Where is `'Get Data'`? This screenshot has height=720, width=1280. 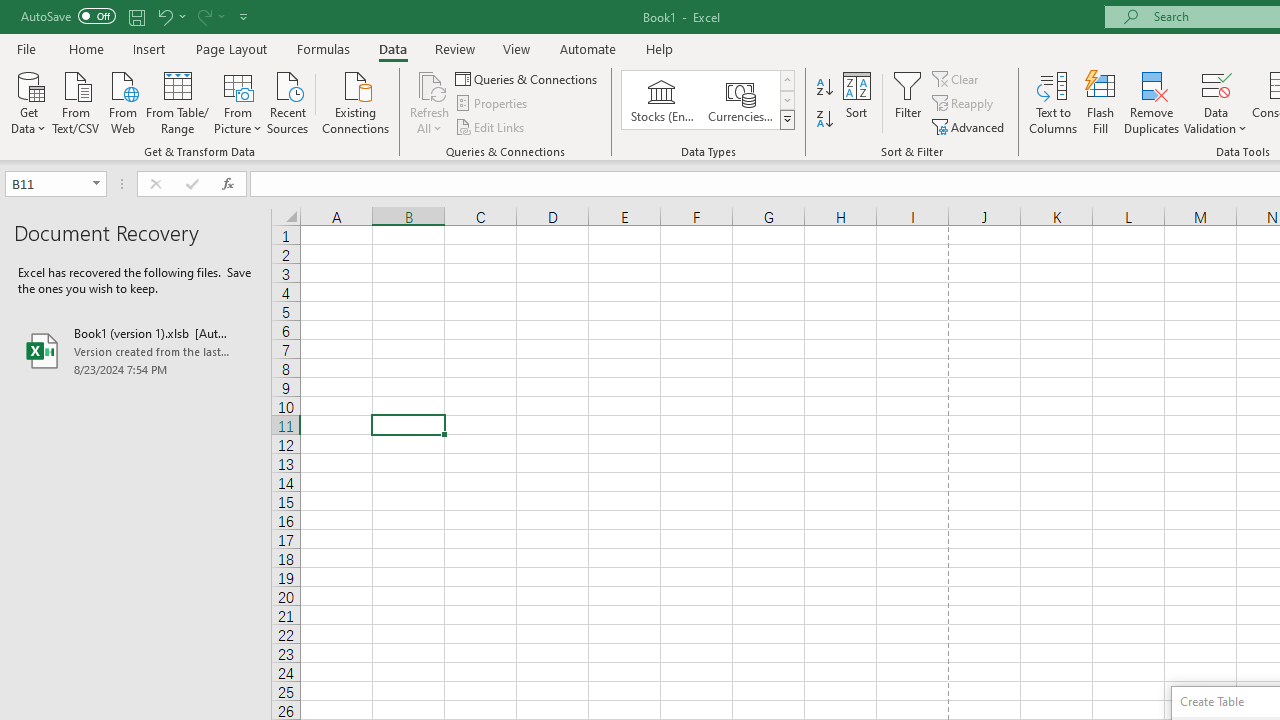 'Get Data' is located at coordinates (28, 101).